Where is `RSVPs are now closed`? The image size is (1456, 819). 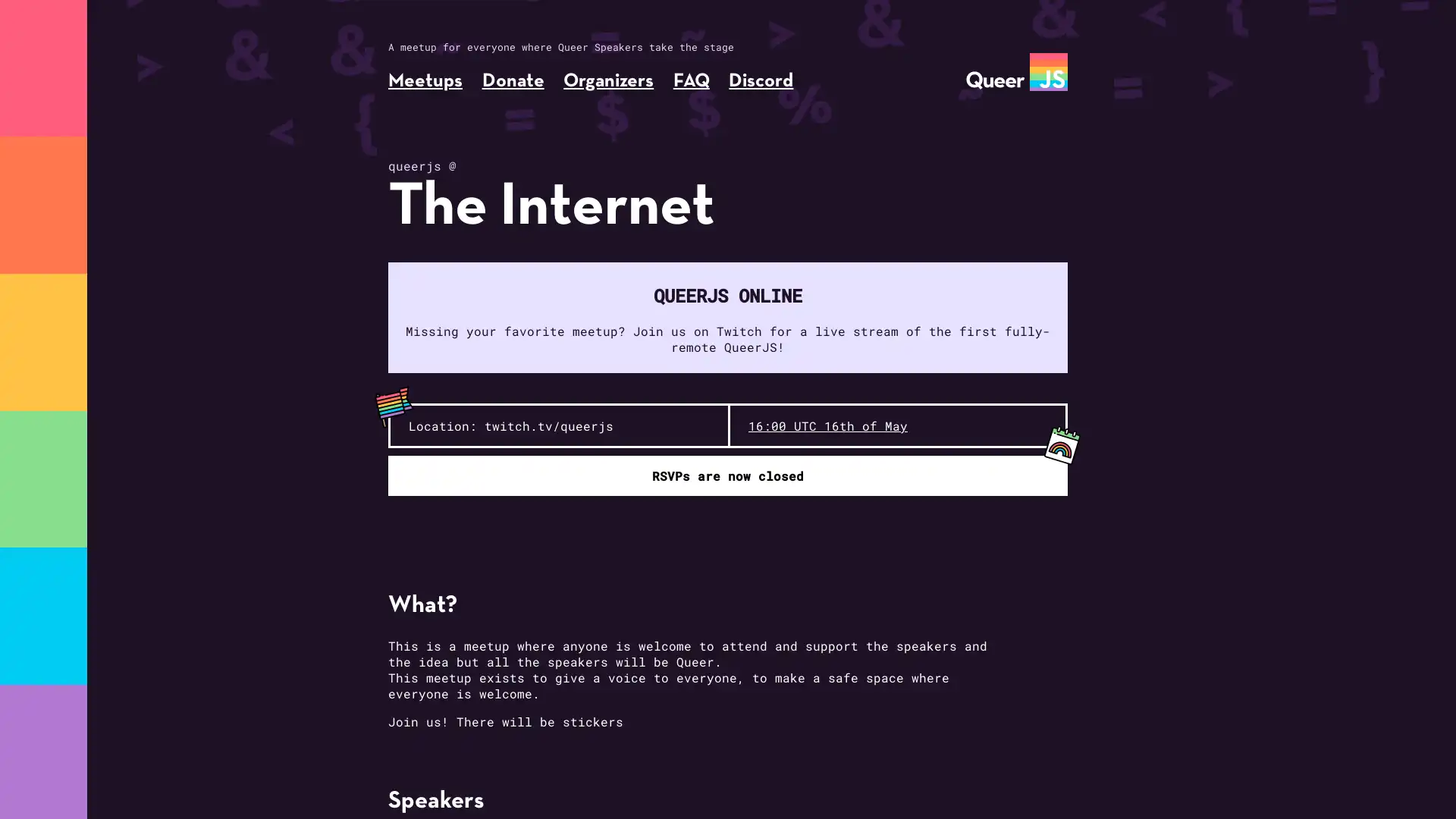 RSVPs are now closed is located at coordinates (728, 475).